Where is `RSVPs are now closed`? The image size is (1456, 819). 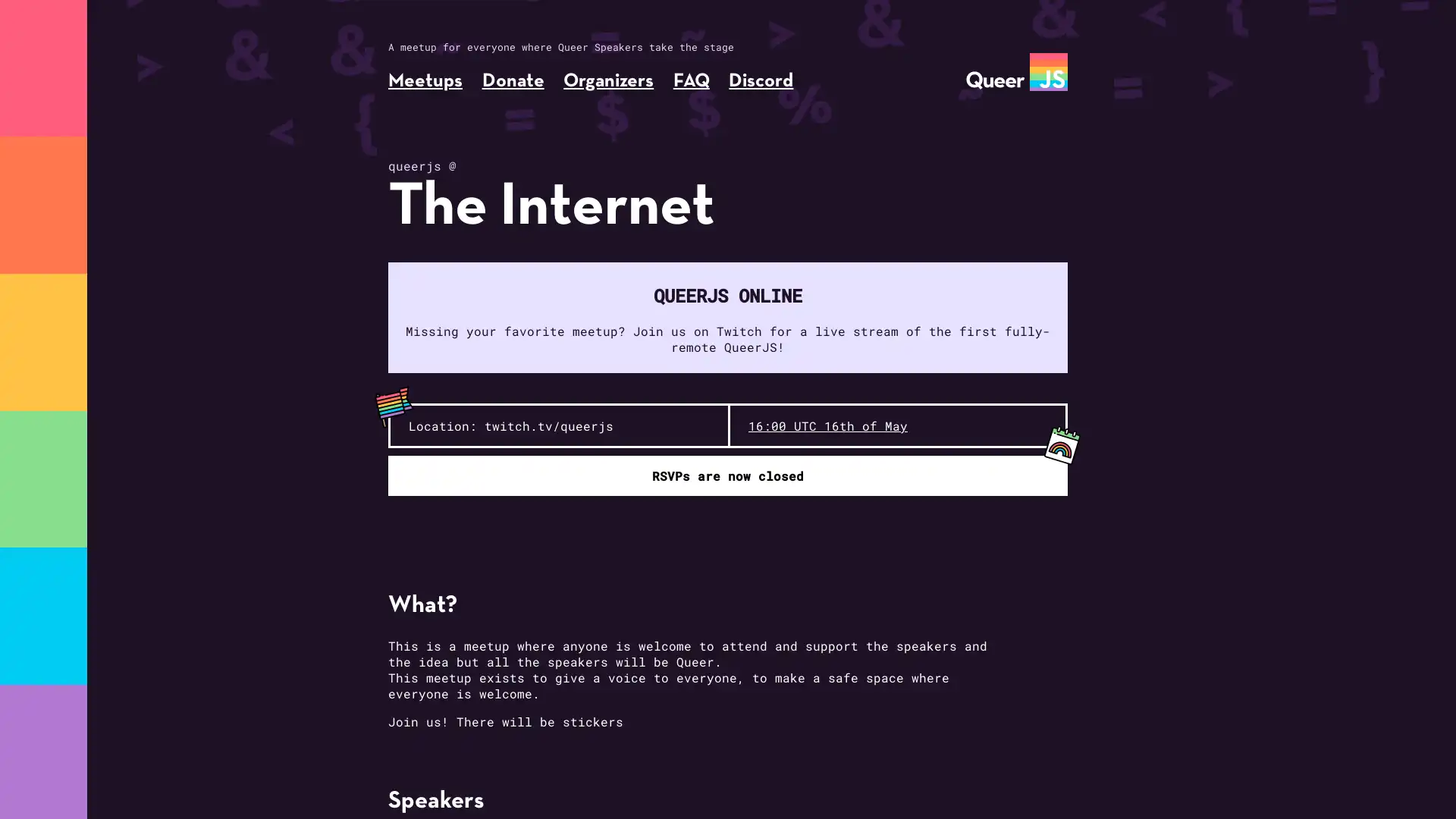 RSVPs are now closed is located at coordinates (728, 475).